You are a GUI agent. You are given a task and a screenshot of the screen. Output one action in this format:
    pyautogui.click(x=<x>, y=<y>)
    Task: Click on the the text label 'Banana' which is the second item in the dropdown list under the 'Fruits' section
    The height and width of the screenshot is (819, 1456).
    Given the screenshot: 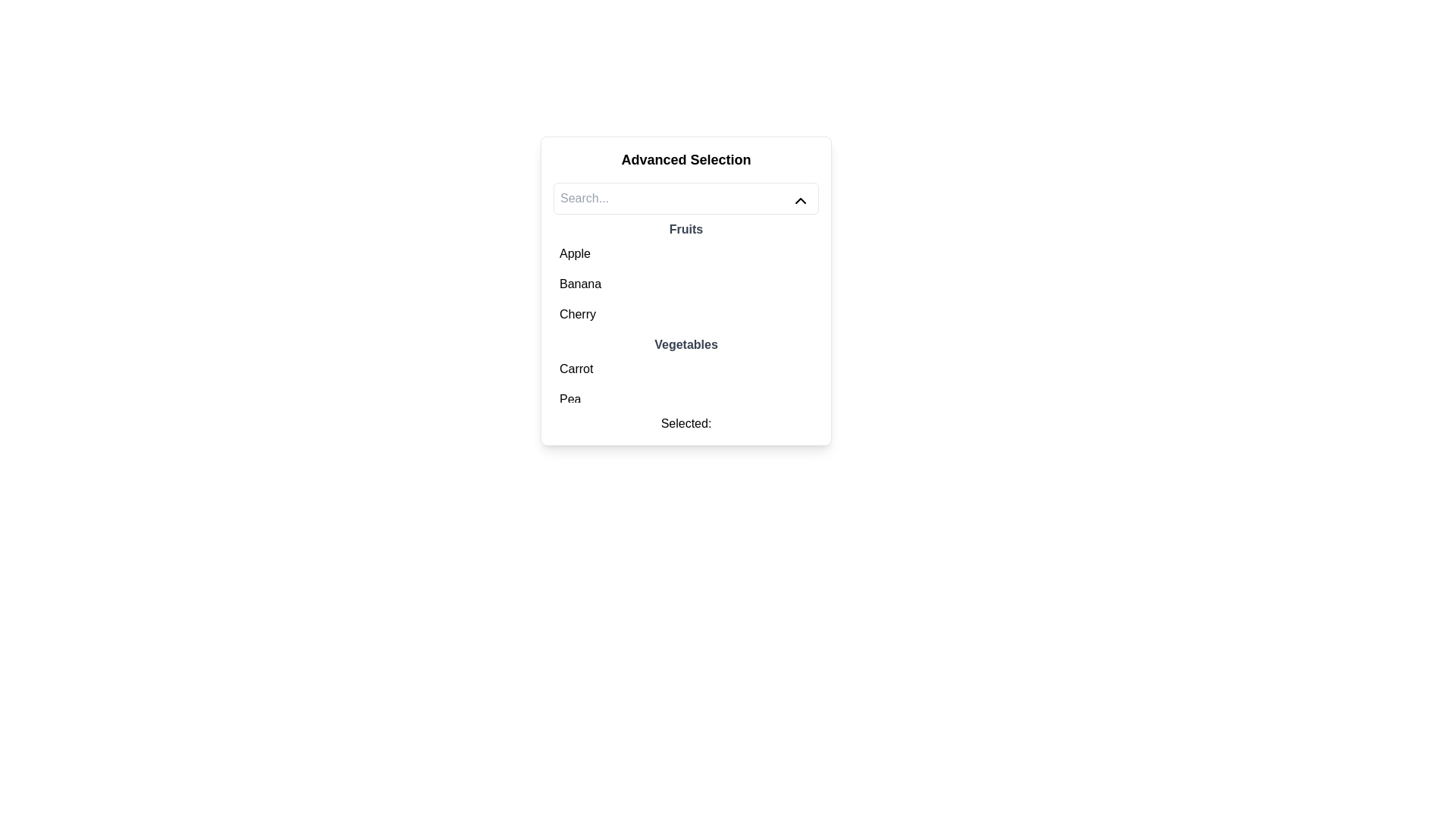 What is the action you would take?
    pyautogui.click(x=579, y=284)
    